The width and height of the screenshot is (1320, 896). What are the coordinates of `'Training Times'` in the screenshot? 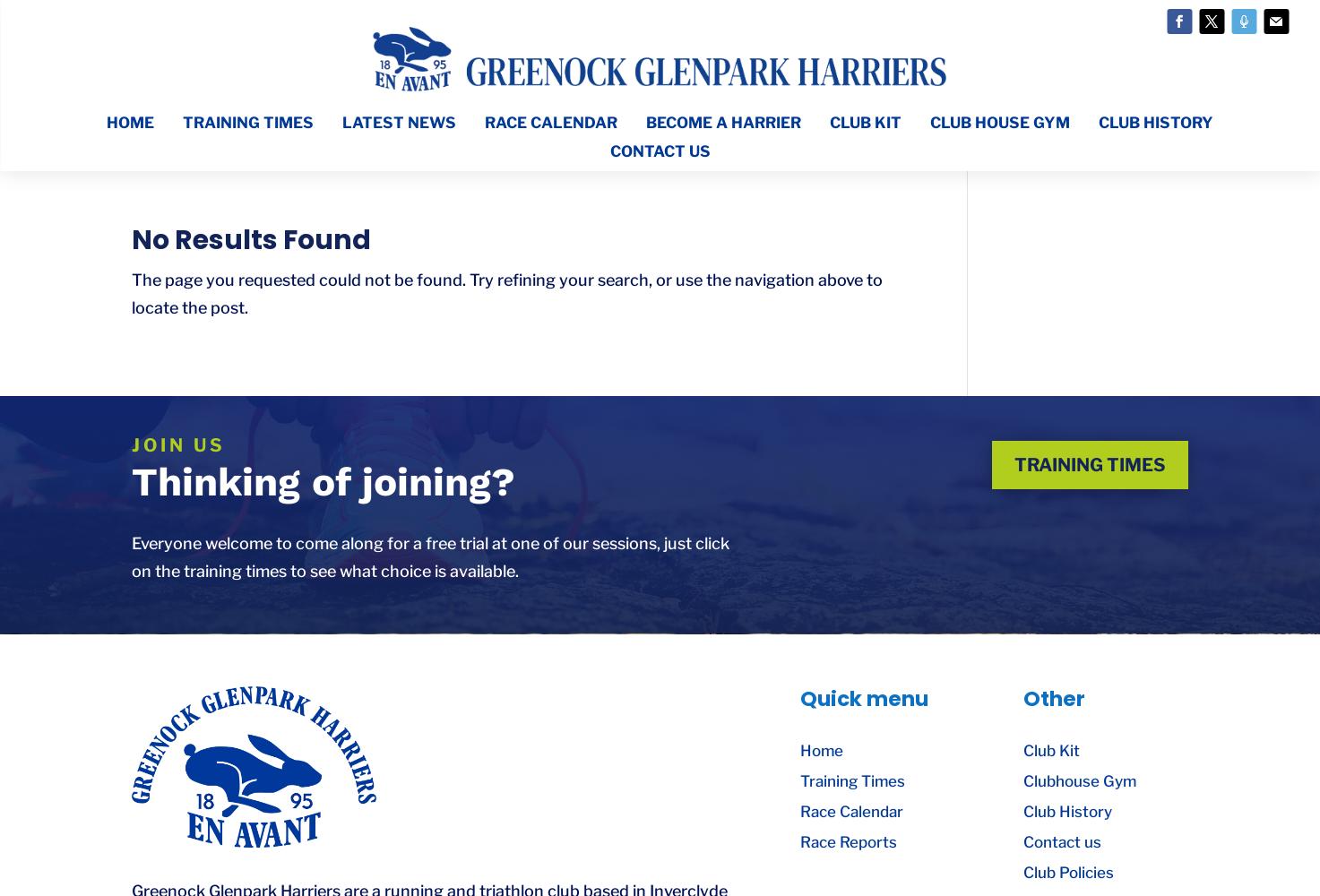 It's located at (852, 780).